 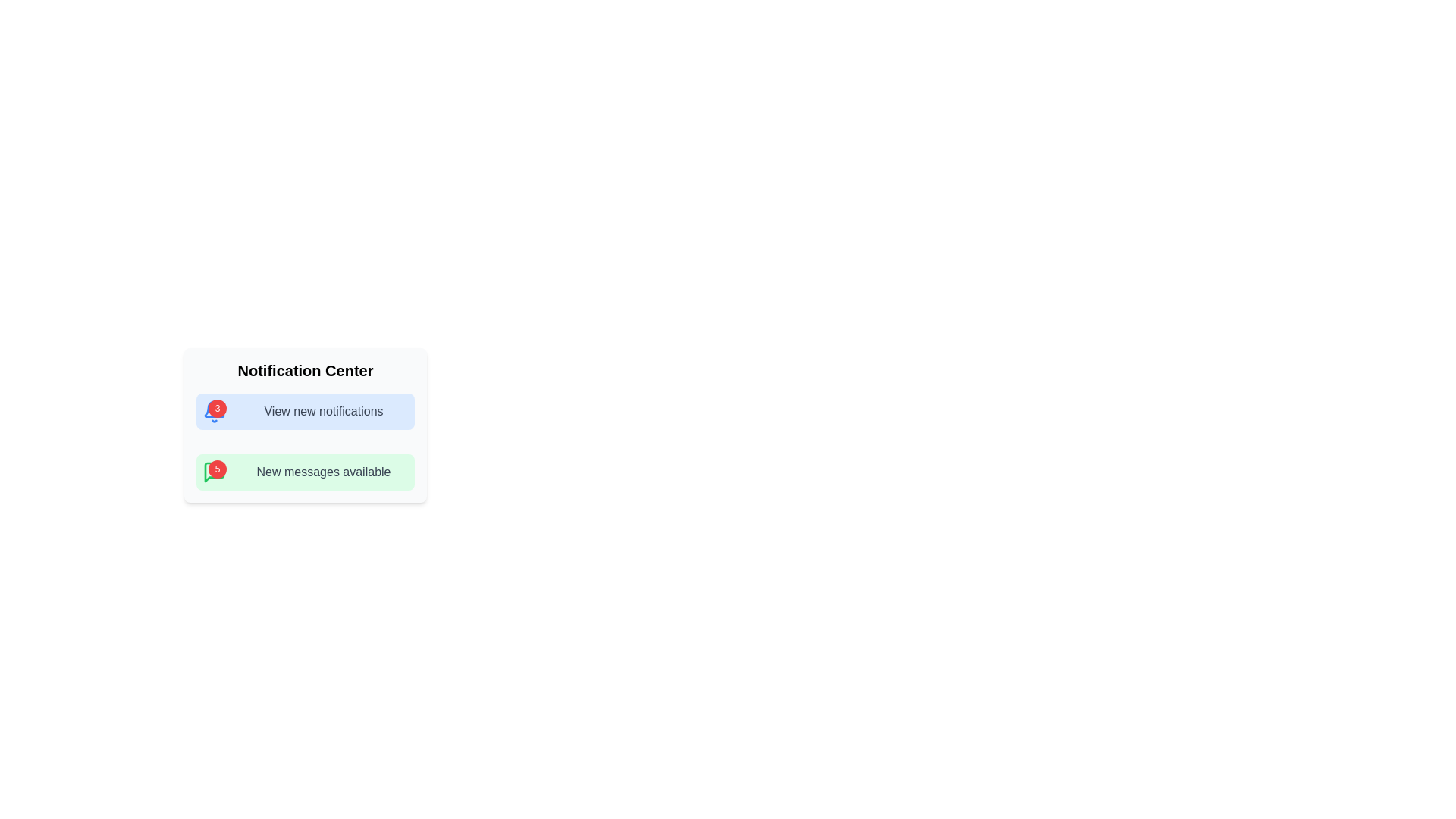 I want to click on text inside the badge indicating that there are 5 new messages, located at the top-right corner of the green messaging icon, so click(x=214, y=472).